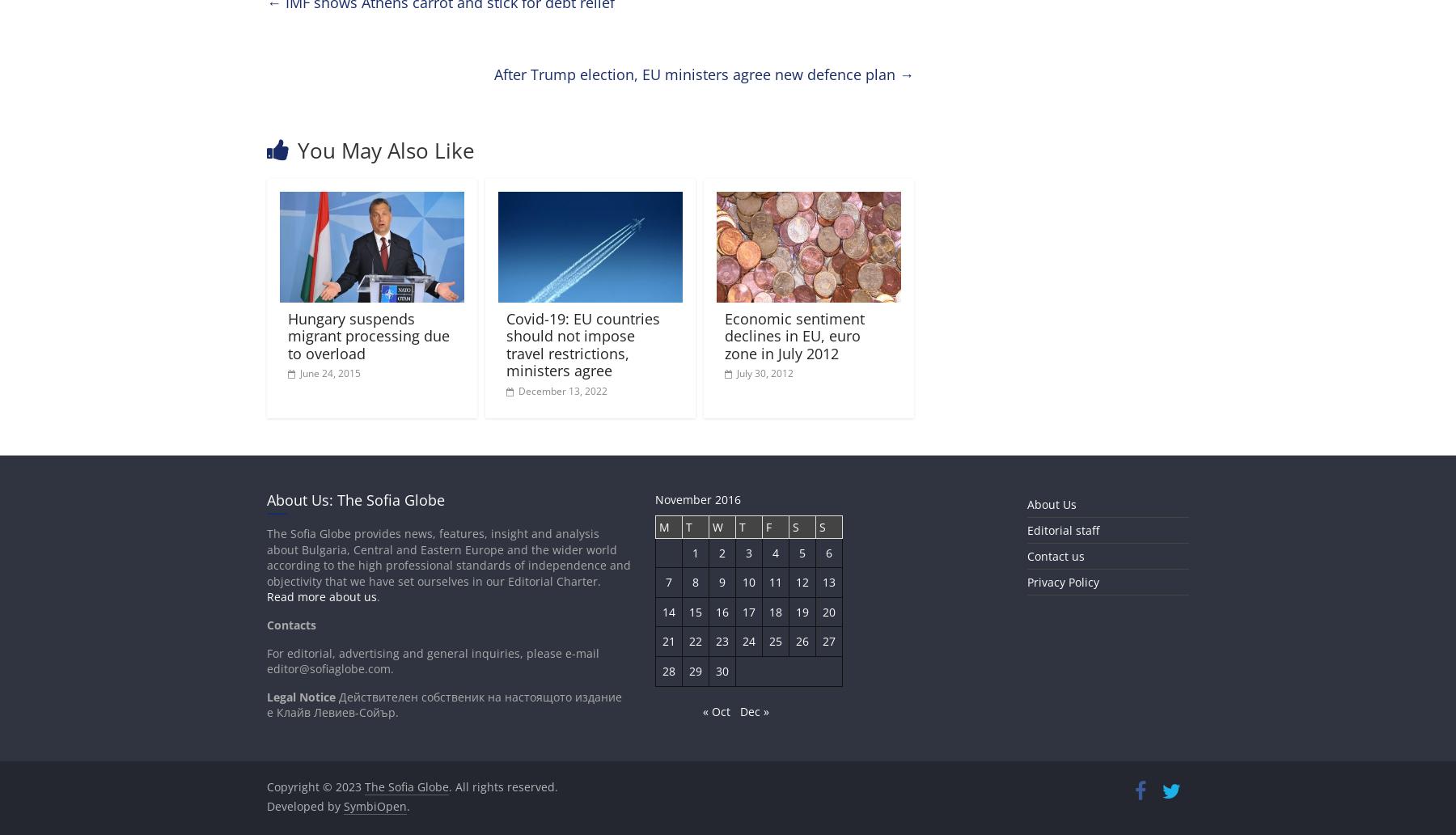 This screenshot has height=835, width=1456. I want to click on 'June 24, 2015', so click(330, 372).